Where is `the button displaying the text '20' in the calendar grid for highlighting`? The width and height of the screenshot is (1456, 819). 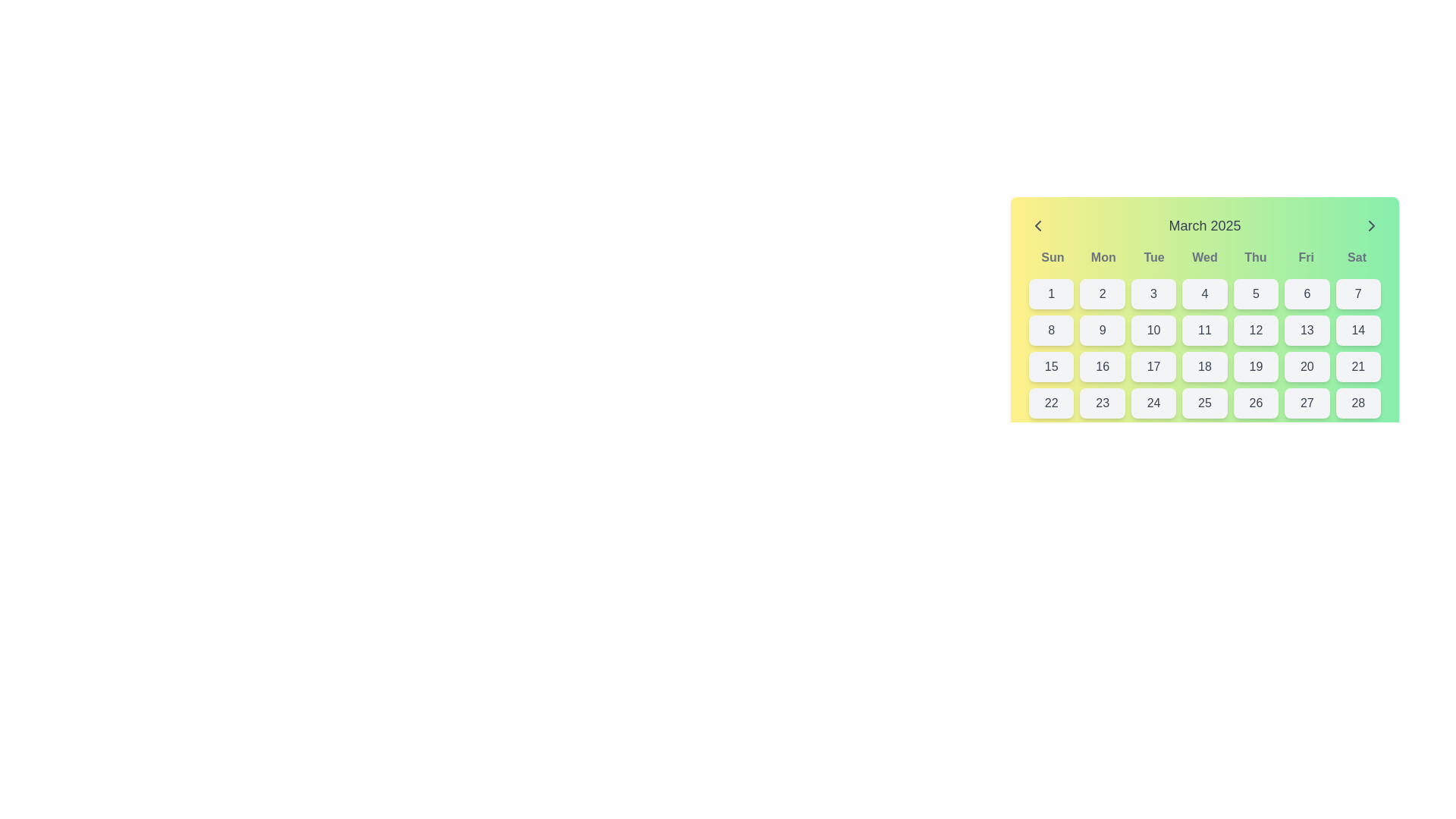 the button displaying the text '20' in the calendar grid for highlighting is located at coordinates (1306, 366).